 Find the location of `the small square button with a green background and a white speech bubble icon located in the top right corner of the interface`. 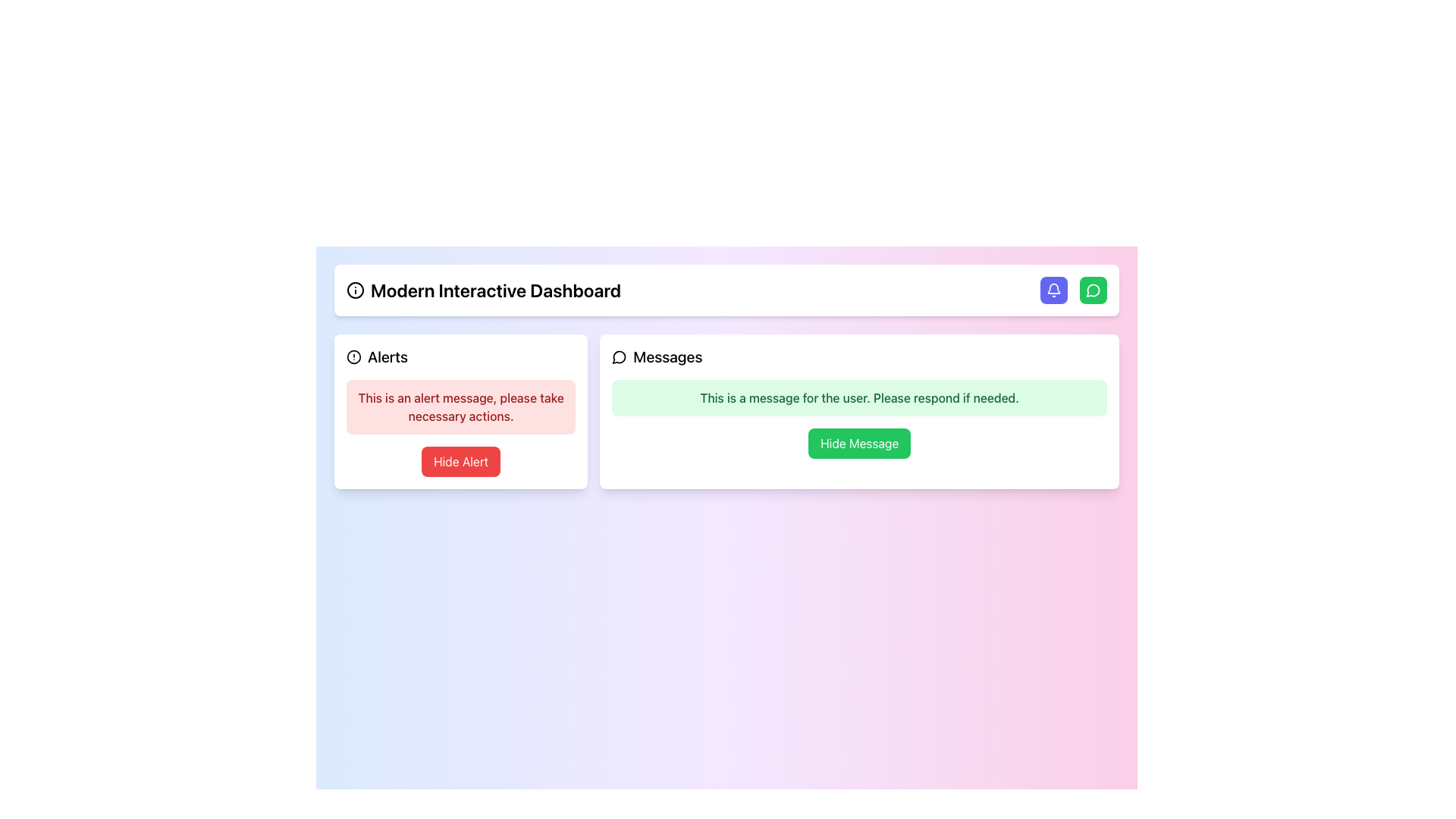

the small square button with a green background and a white speech bubble icon located in the top right corner of the interface is located at coordinates (1093, 290).